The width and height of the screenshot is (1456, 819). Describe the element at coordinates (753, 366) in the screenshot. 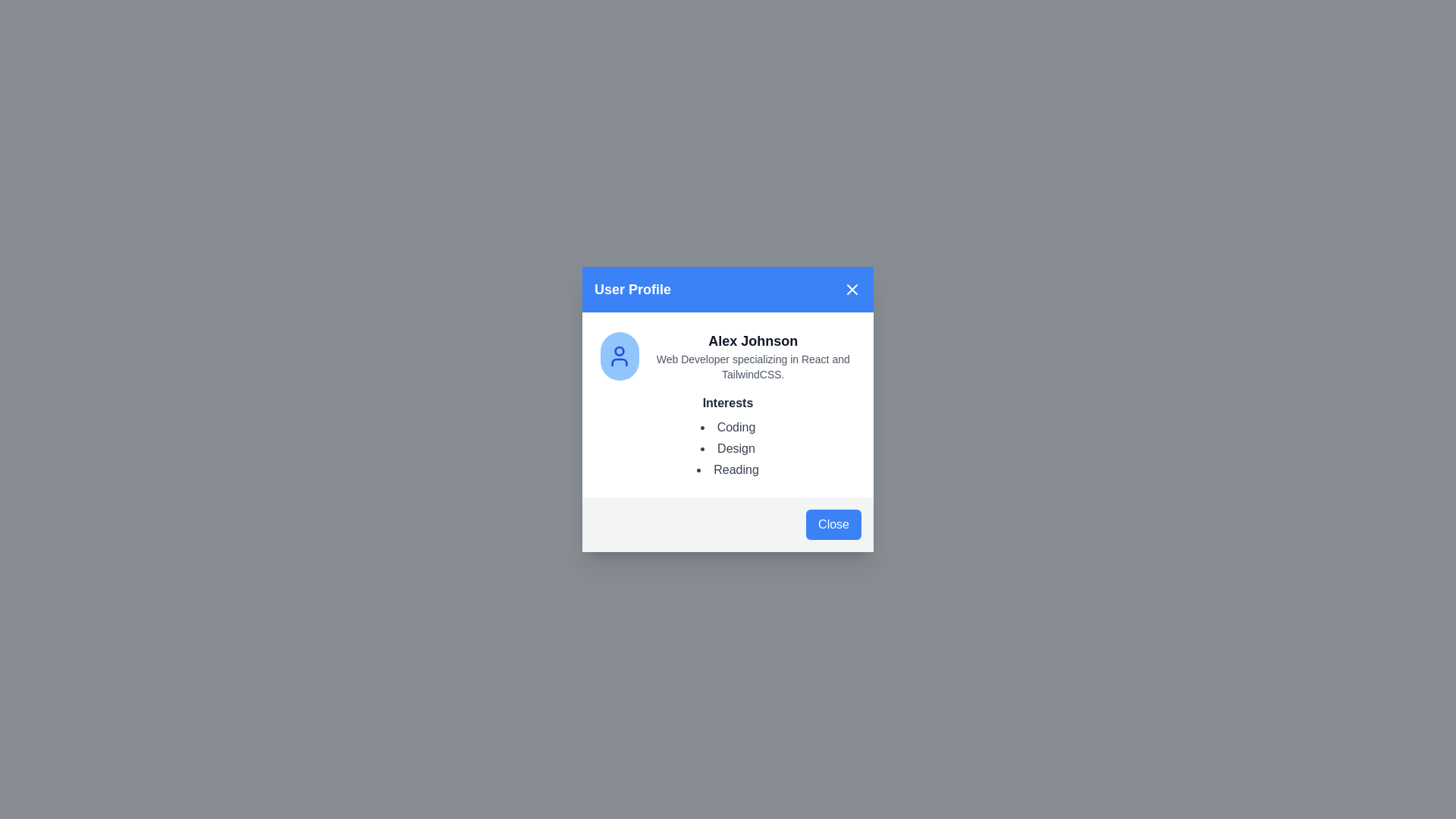

I see `text element stating 'Web Developer specializing in React and TailwindCSS.' which is located directly below the name 'Alex Johnson' in the user profile card` at that location.